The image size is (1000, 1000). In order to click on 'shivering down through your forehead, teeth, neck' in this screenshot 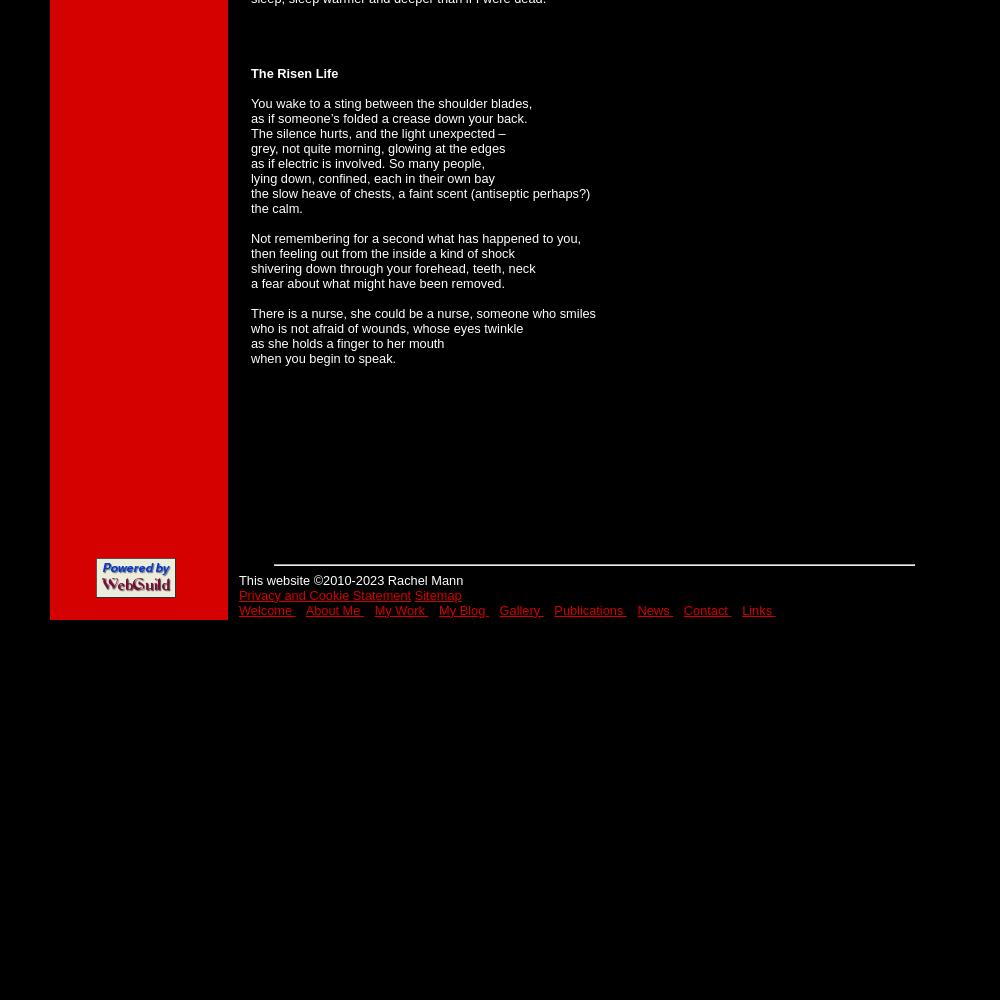, I will do `click(393, 267)`.